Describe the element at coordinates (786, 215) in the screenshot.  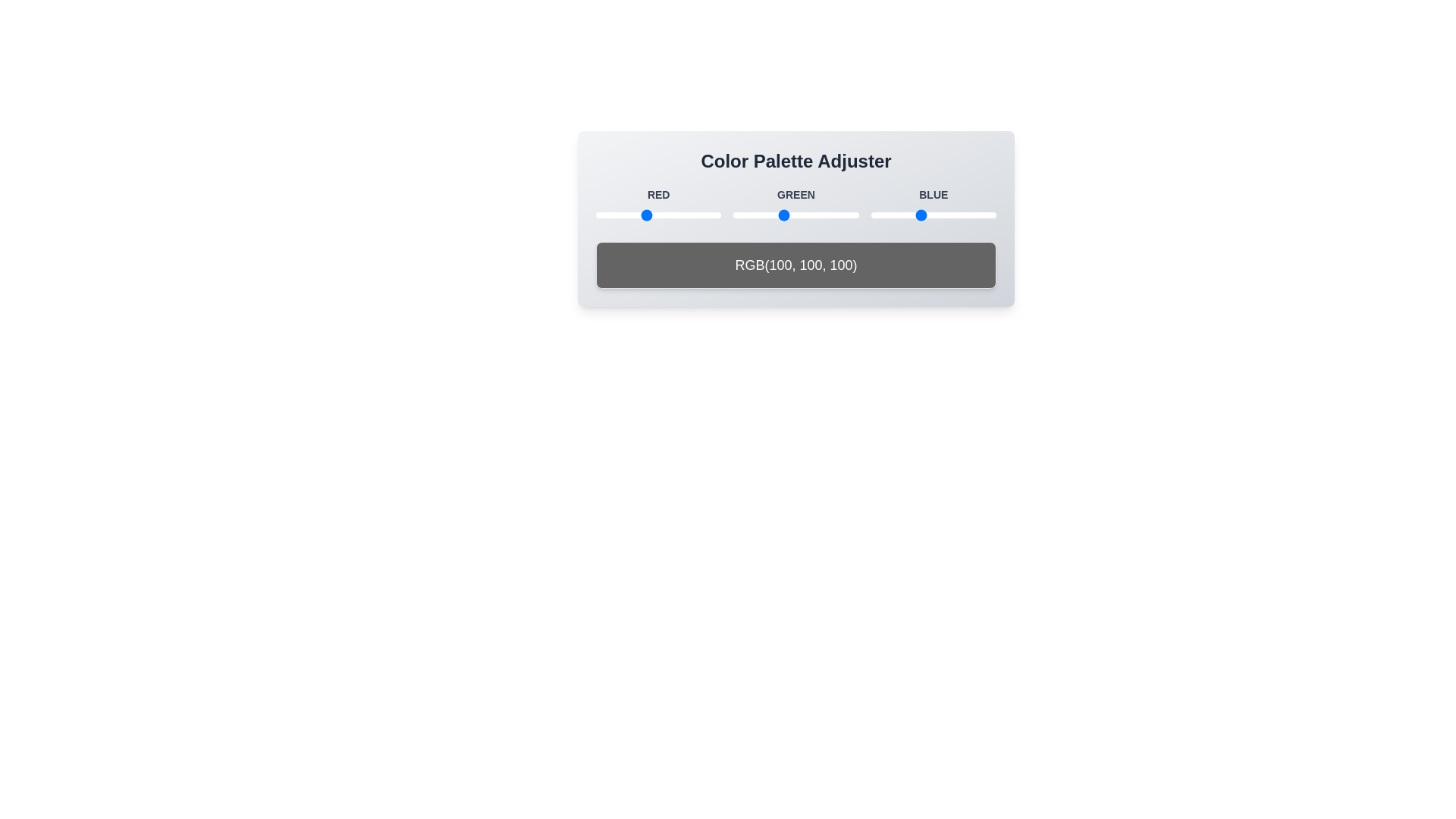
I see `the green color value to 108 by adjusting the slider` at that location.